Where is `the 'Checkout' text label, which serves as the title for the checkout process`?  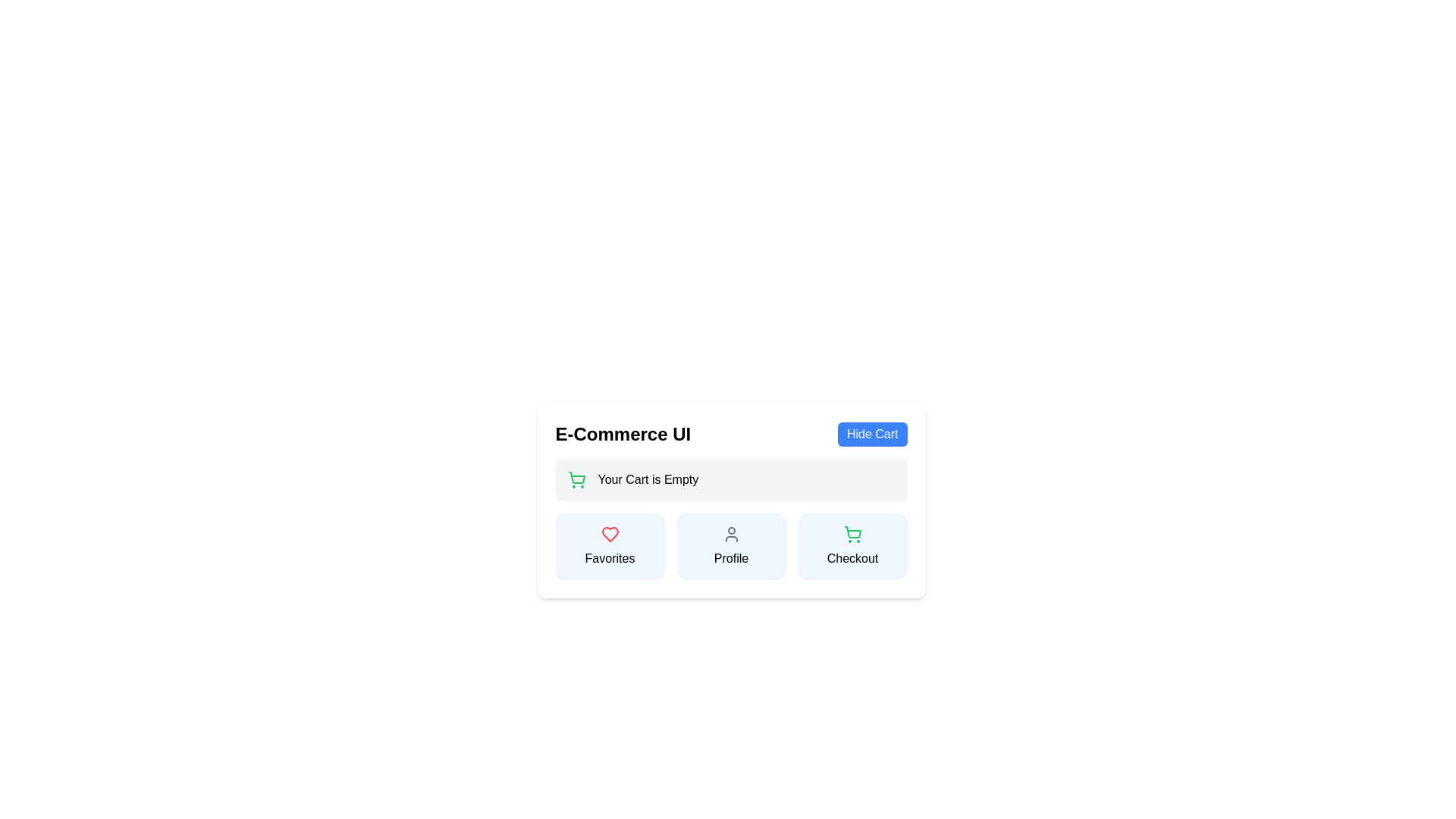 the 'Checkout' text label, which serves as the title for the checkout process is located at coordinates (852, 558).